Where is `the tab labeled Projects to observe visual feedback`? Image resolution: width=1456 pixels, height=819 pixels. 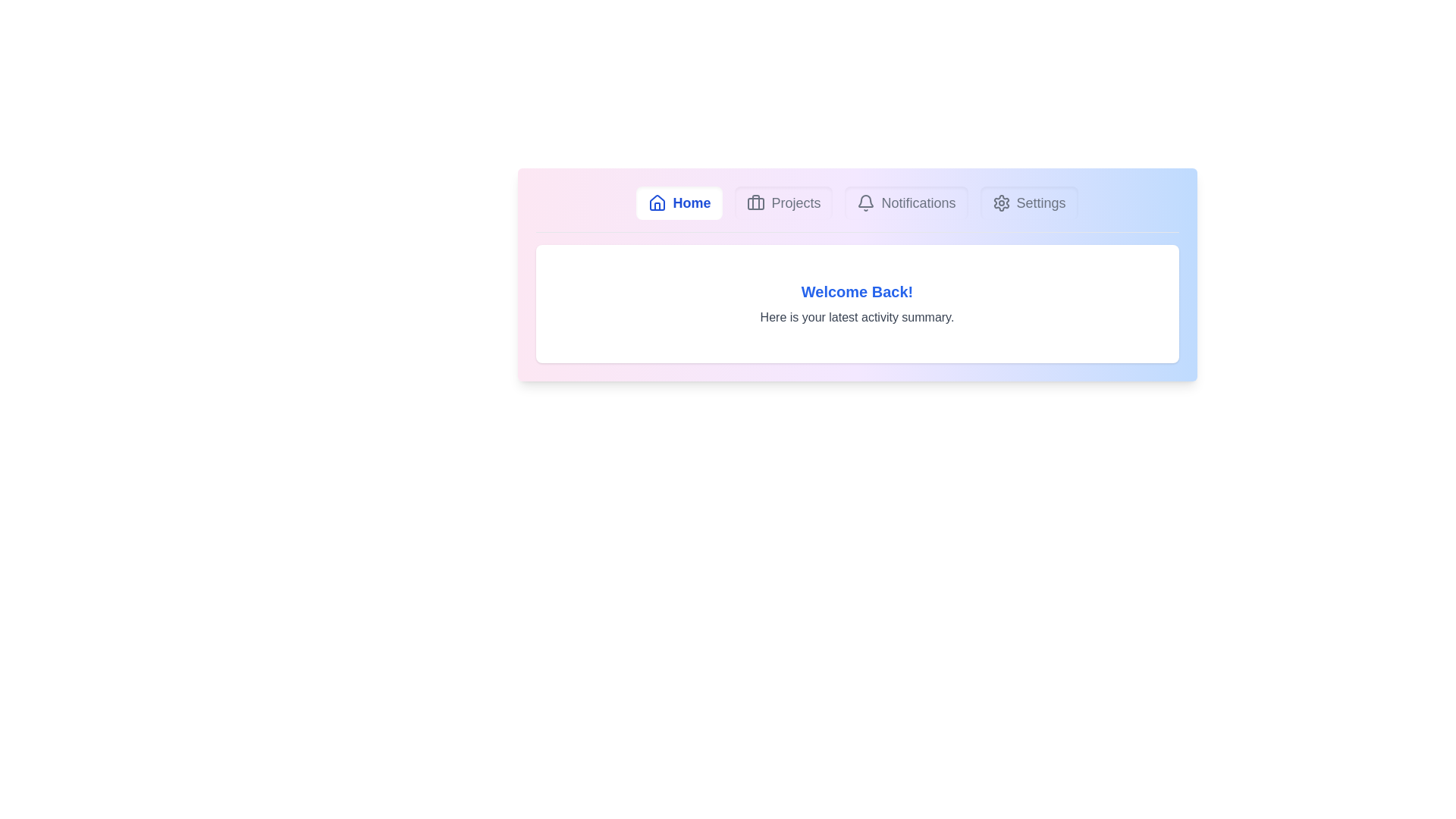
the tab labeled Projects to observe visual feedback is located at coordinates (783, 202).